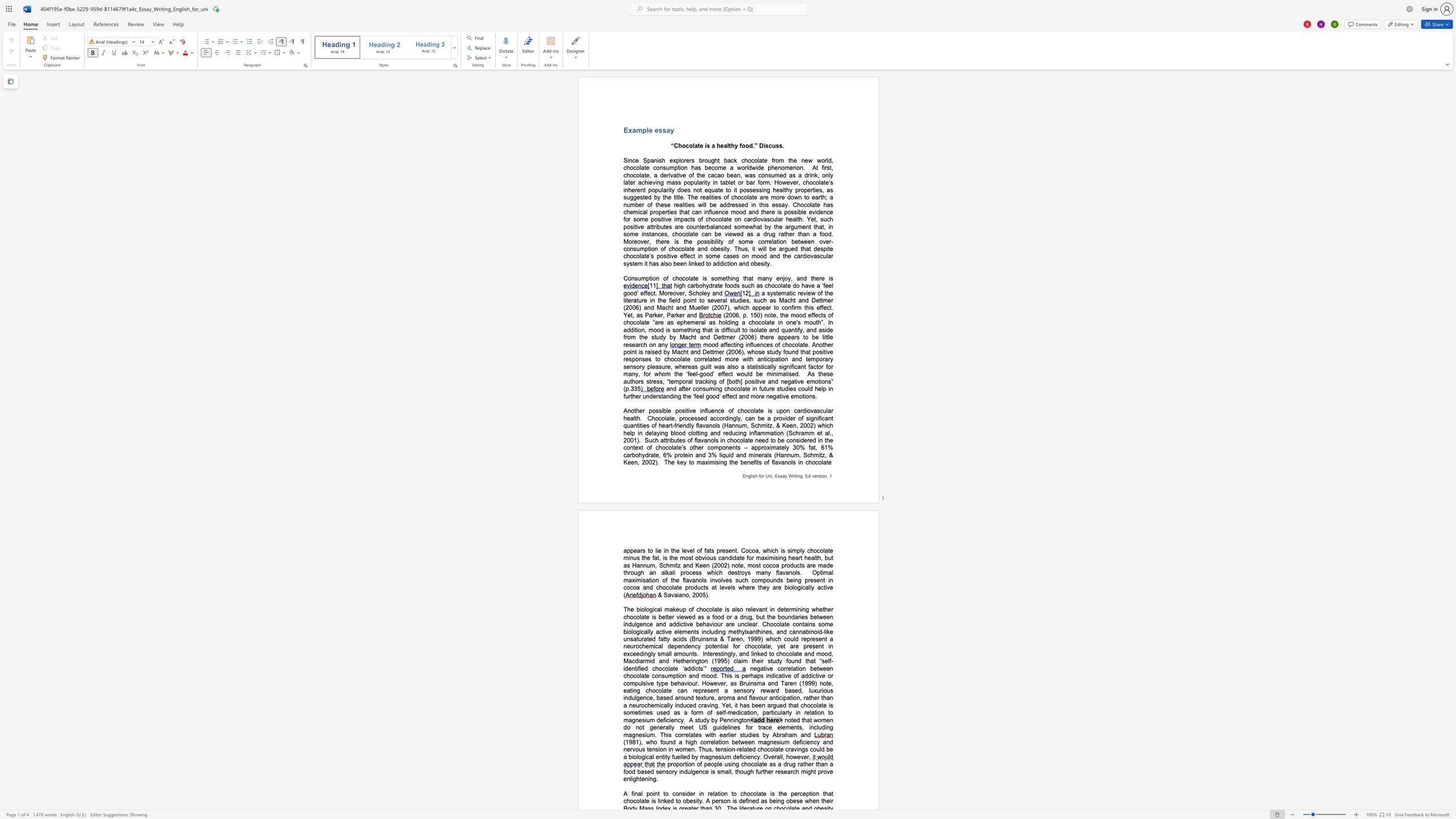 The image size is (1456, 819). Describe the element at coordinates (784, 189) in the screenshot. I see `the subset text "thy properties, as suggested by the title. The realities of chocolate are more down to earth; a number of these realities will be addressed in this essa" within the text "healthy properties, as suggested by the title. The realities of chocolate are more down to earth; a number of these realities will be addressed in this essay. Chocolate has ch"` at that location.